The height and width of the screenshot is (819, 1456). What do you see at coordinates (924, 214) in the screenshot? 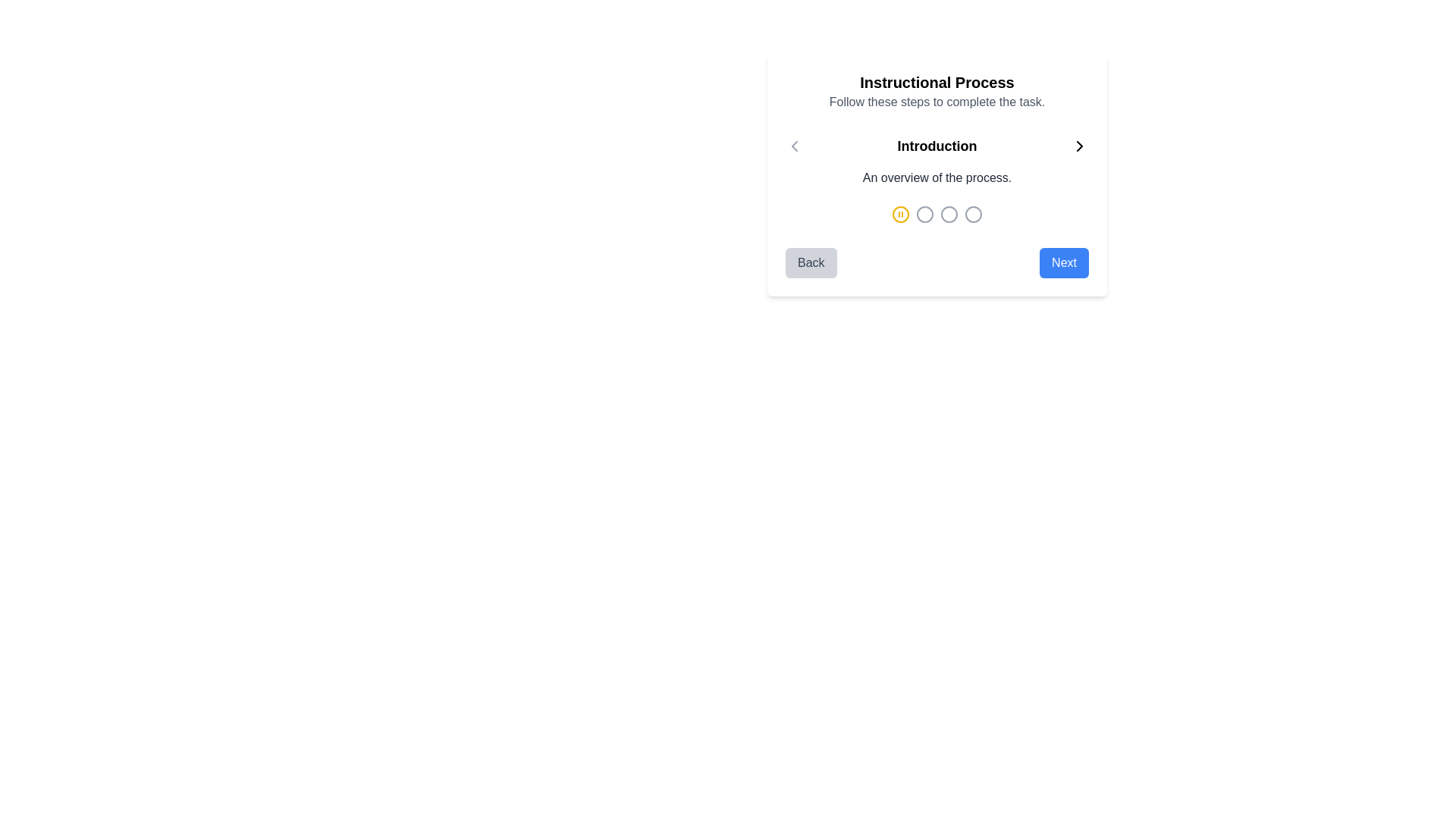
I see `the second circular progress indicator in the step indicator sequence below the title 'Instructional Process'` at bounding box center [924, 214].